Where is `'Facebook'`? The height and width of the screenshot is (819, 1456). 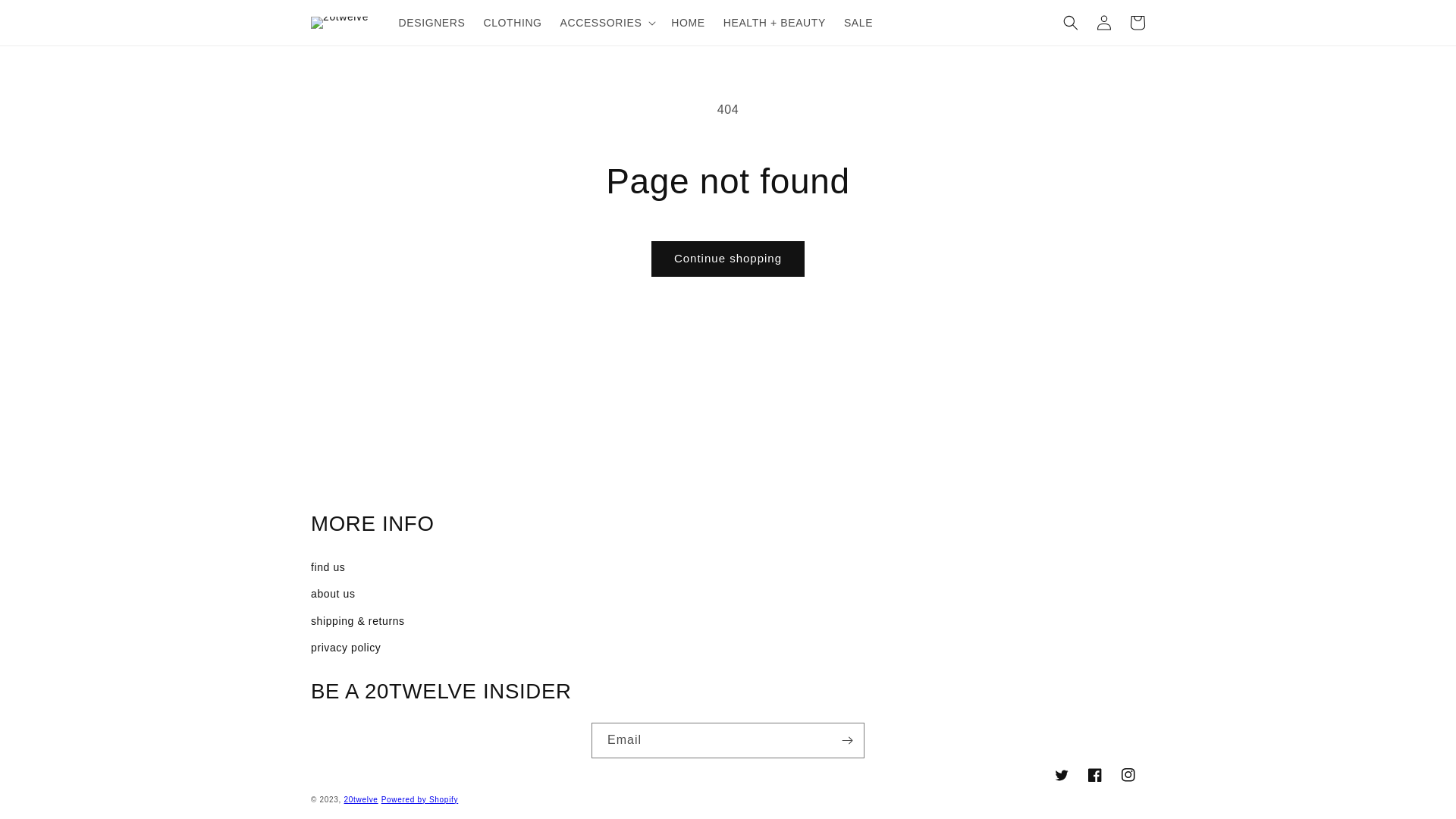 'Facebook' is located at coordinates (1077, 775).